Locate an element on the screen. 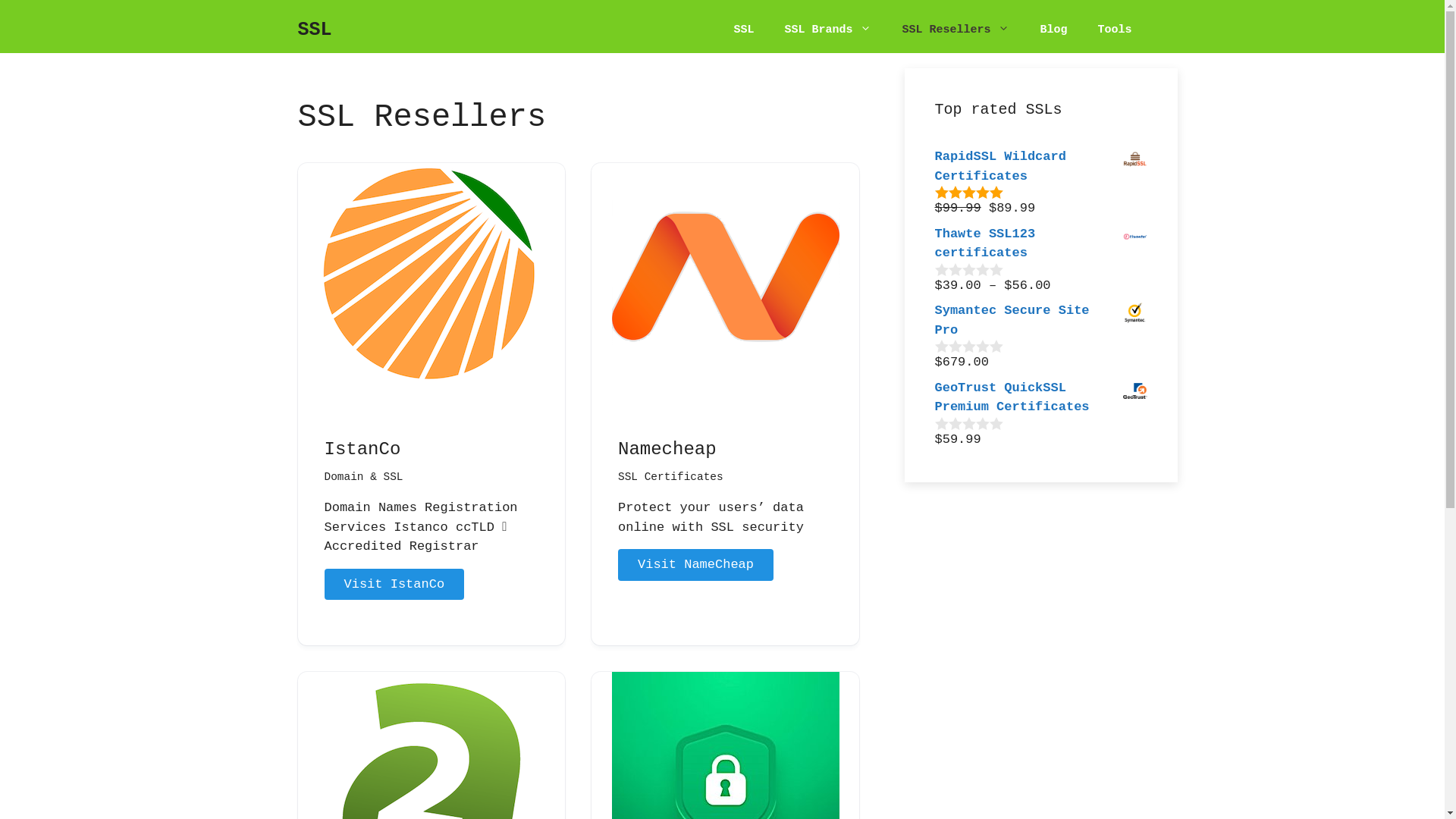 The image size is (1456, 819). 'Visit NameCheap' is located at coordinates (695, 564).